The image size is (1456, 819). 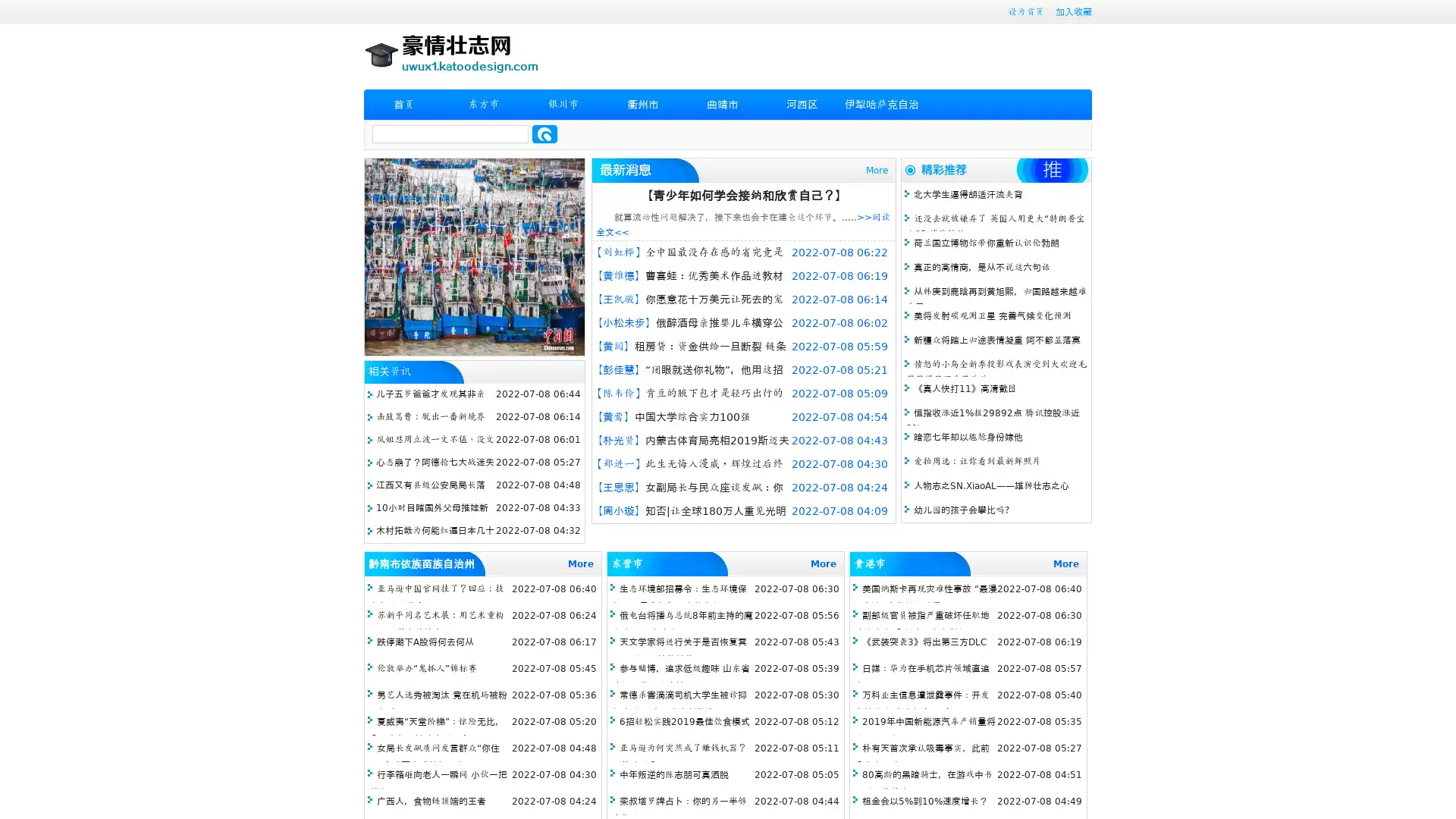 What do you see at coordinates (544, 133) in the screenshot?
I see `Search` at bounding box center [544, 133].